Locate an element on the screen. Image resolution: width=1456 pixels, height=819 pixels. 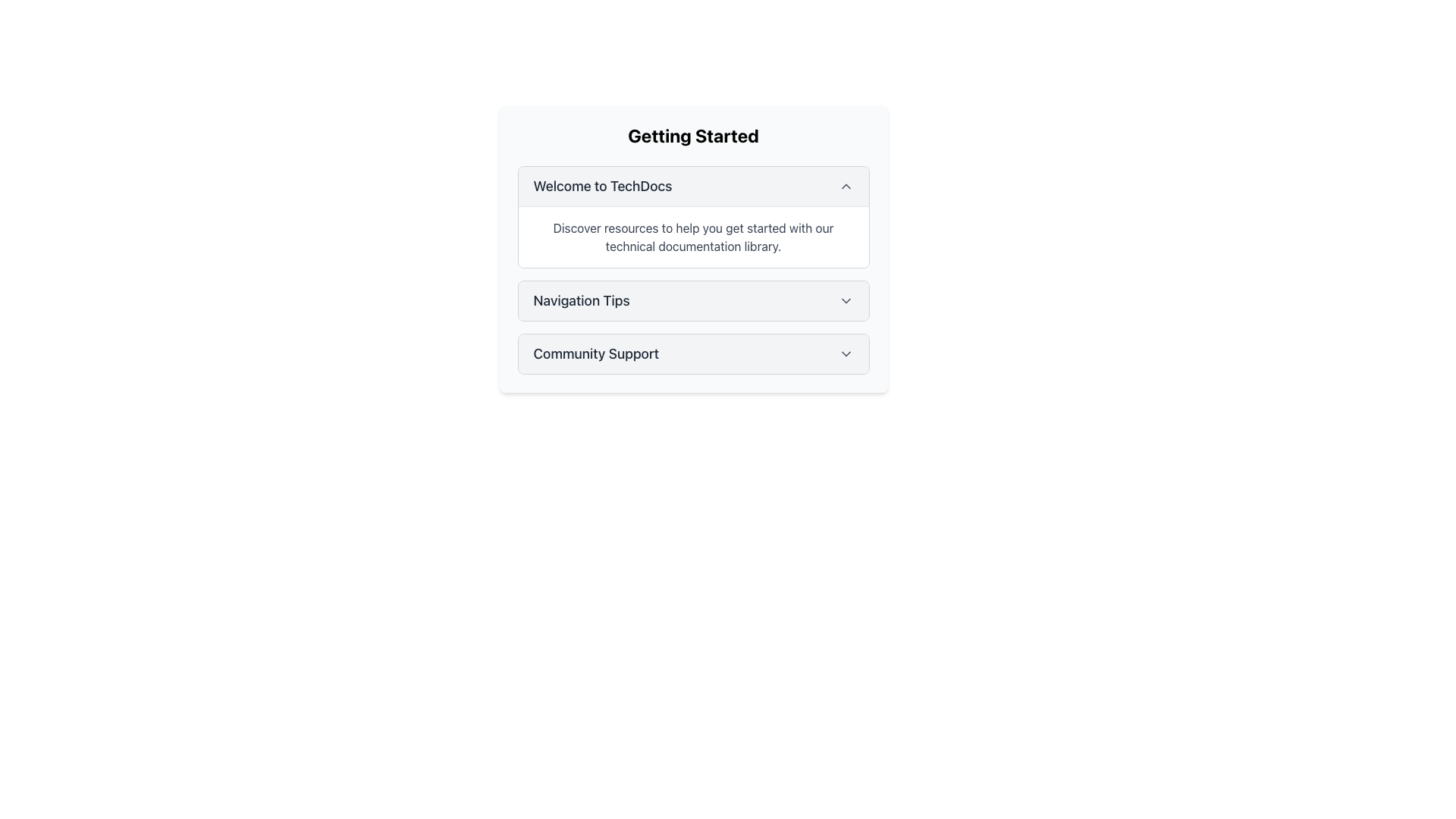
the chevron indicator located at the far right of the 'Navigation Tips' row is located at coordinates (845, 301).